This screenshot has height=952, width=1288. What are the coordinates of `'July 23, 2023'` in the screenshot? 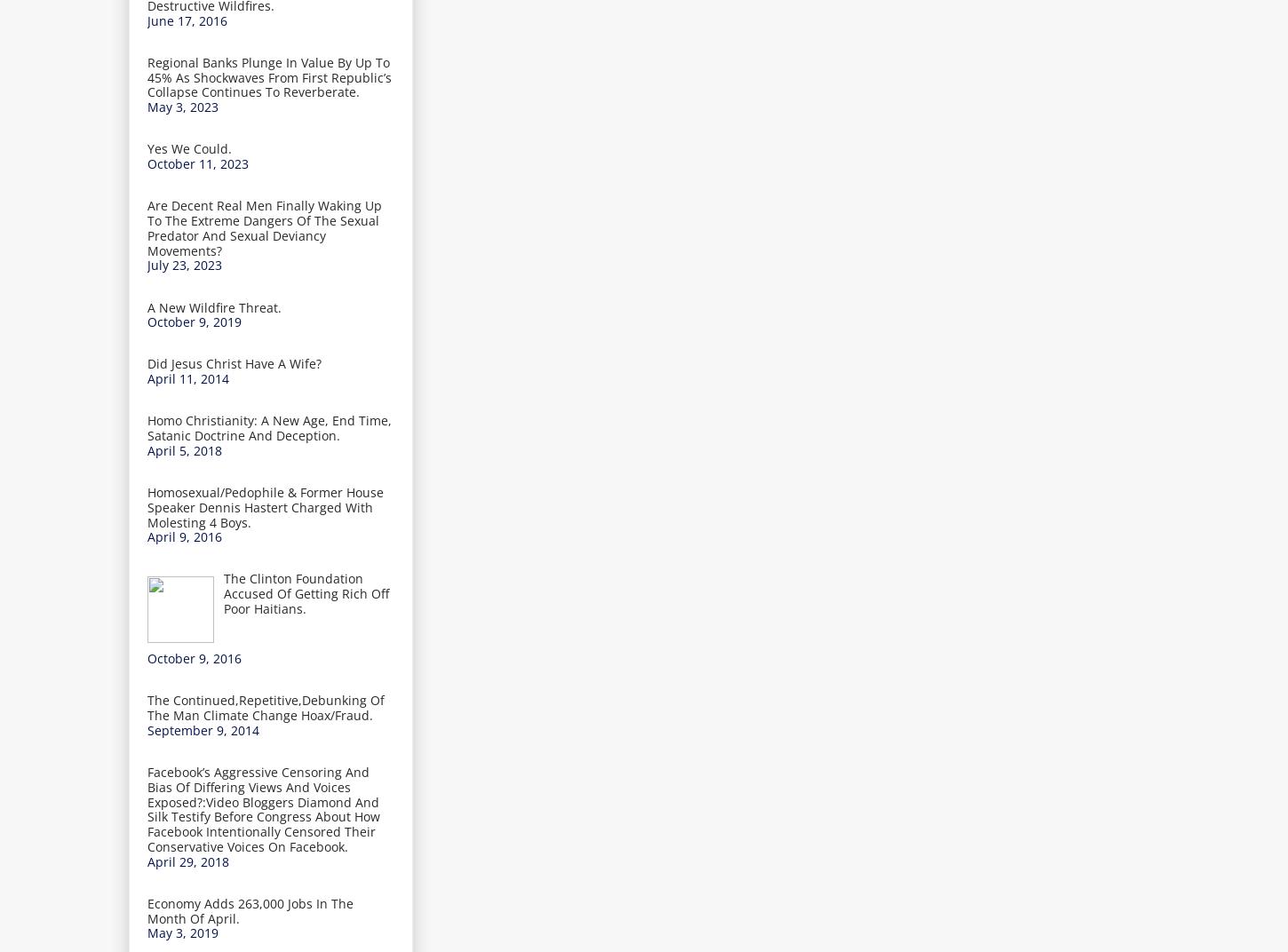 It's located at (183, 264).